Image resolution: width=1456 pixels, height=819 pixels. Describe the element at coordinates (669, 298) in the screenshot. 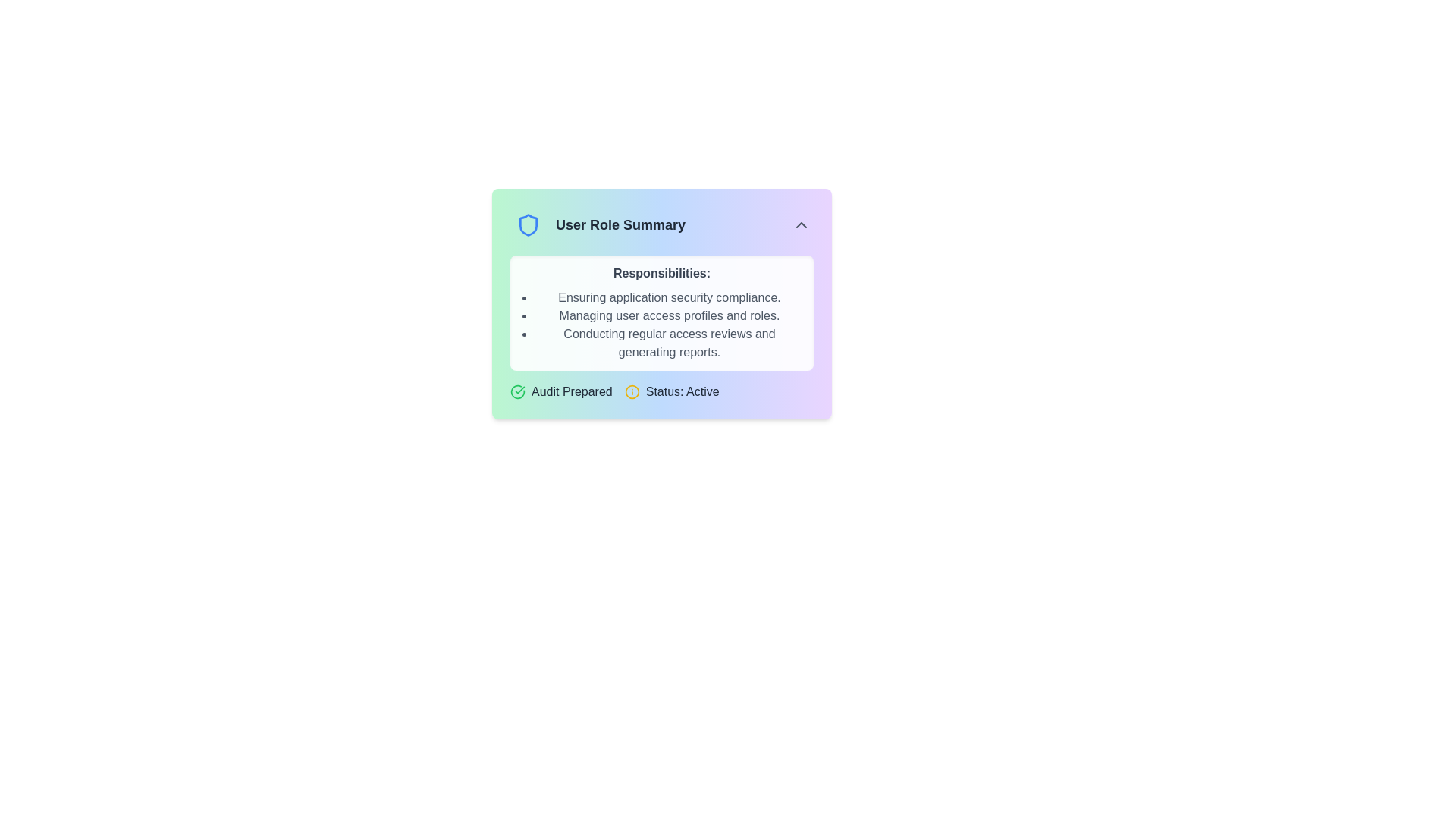

I see `the text element reading 'Ensuring application security compliance.' which is the first item in the bullet-point list under the 'Responsibilities:' section in the 'User Role Summary' card` at that location.